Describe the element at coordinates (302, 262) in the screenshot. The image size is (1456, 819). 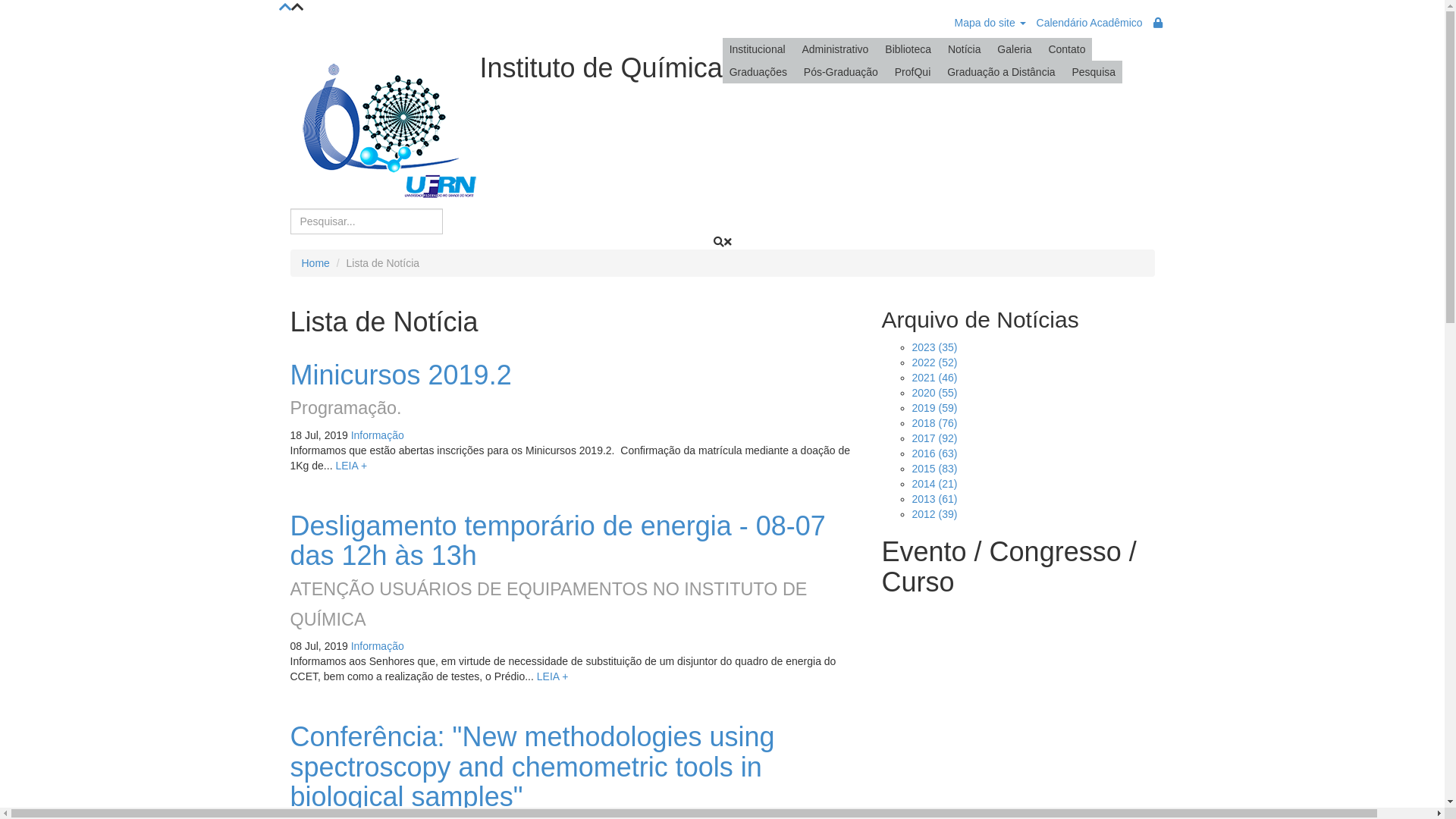
I see `'Home'` at that location.